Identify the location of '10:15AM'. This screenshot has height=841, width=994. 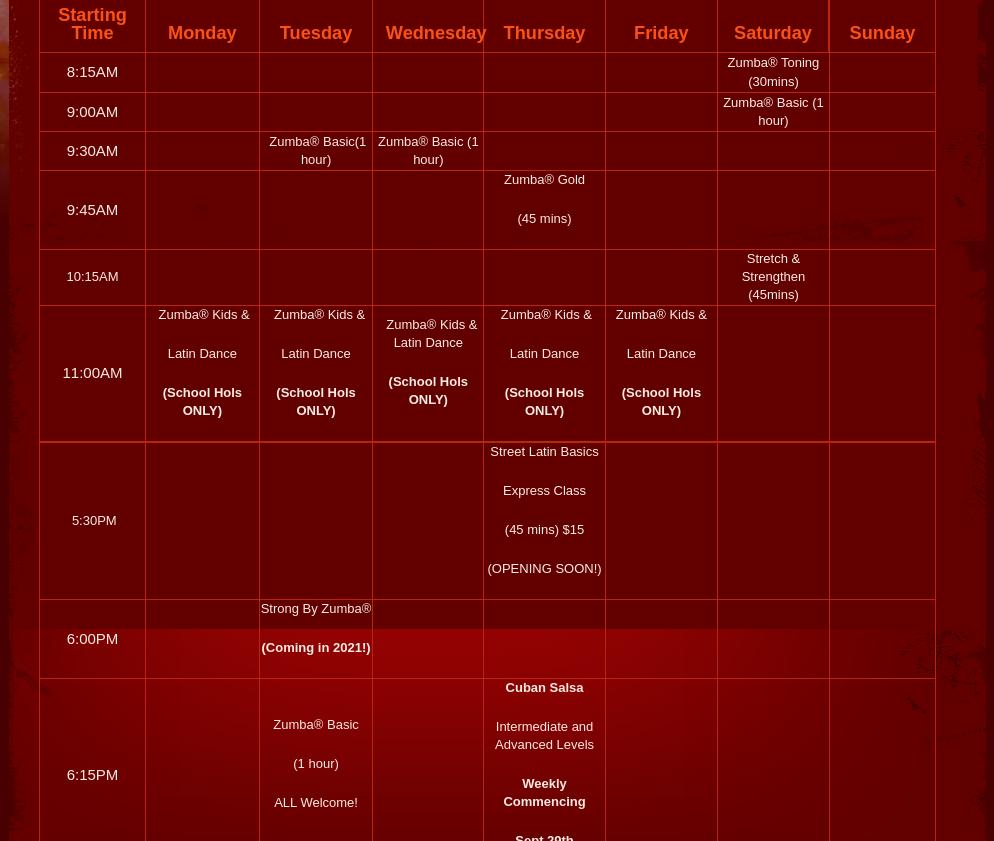
(92, 275).